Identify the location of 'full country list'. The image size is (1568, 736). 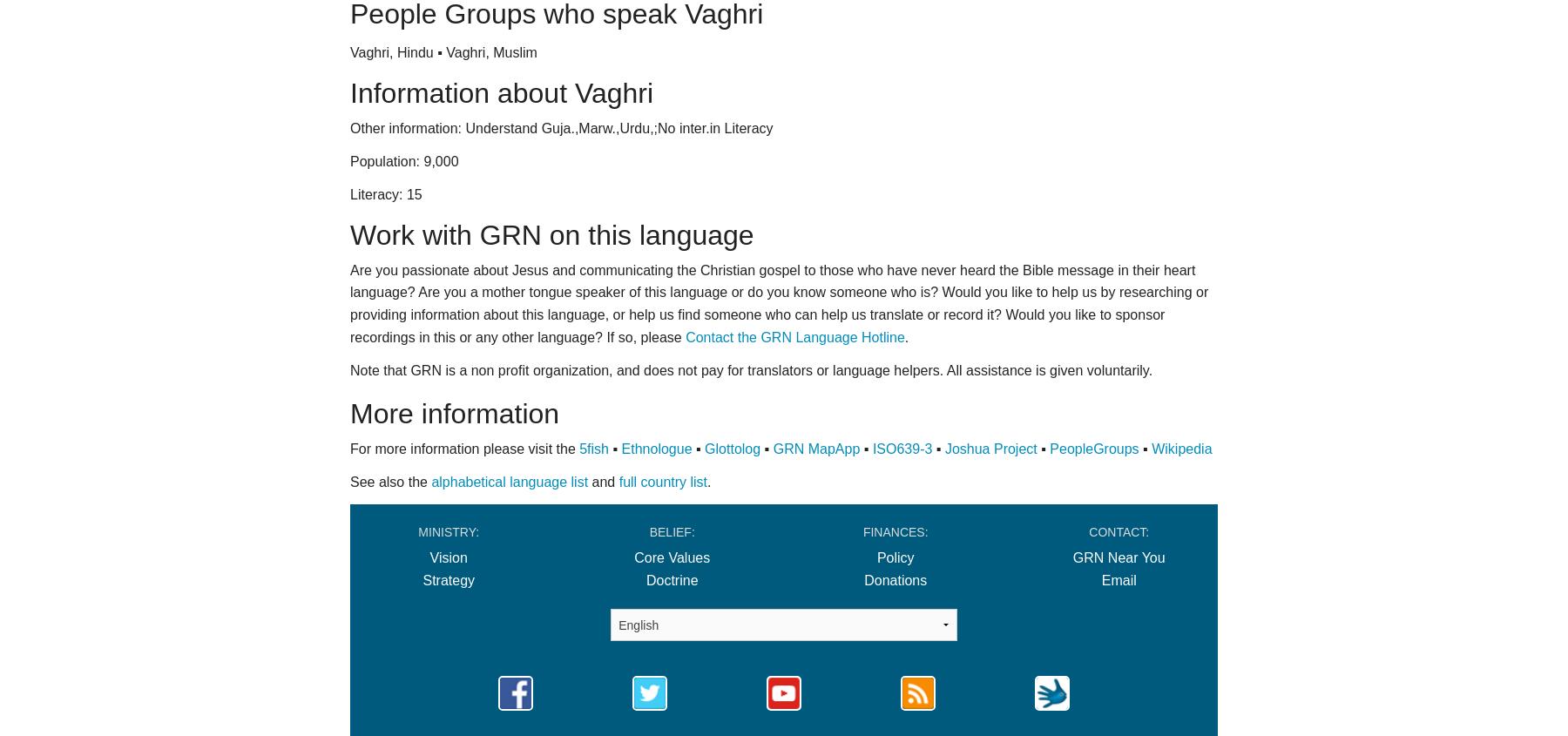
(617, 481).